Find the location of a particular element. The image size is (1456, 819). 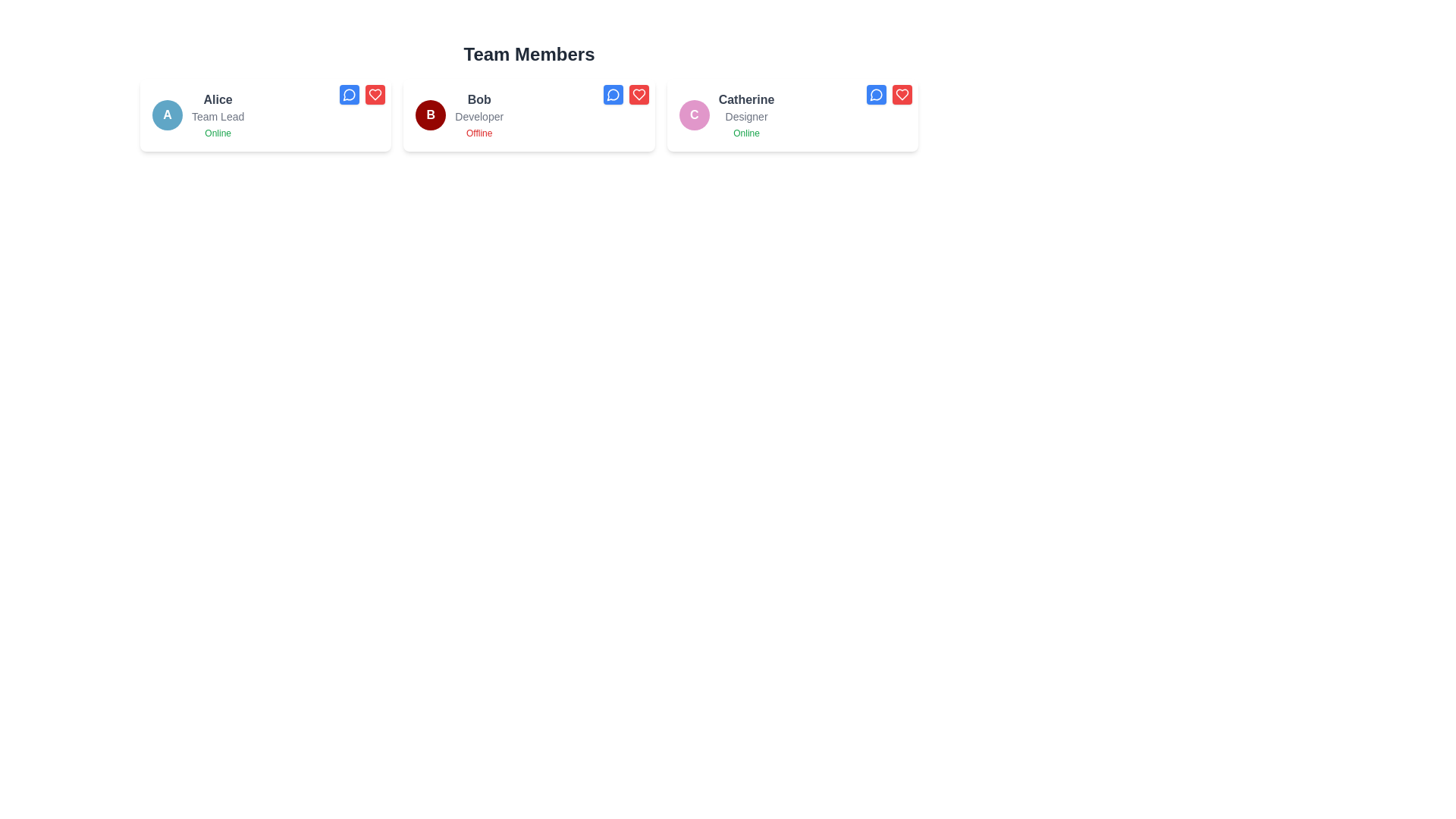

the button located in the top-right corner of the card representing 'Alice - Team Lead - Online' is located at coordinates (375, 94).